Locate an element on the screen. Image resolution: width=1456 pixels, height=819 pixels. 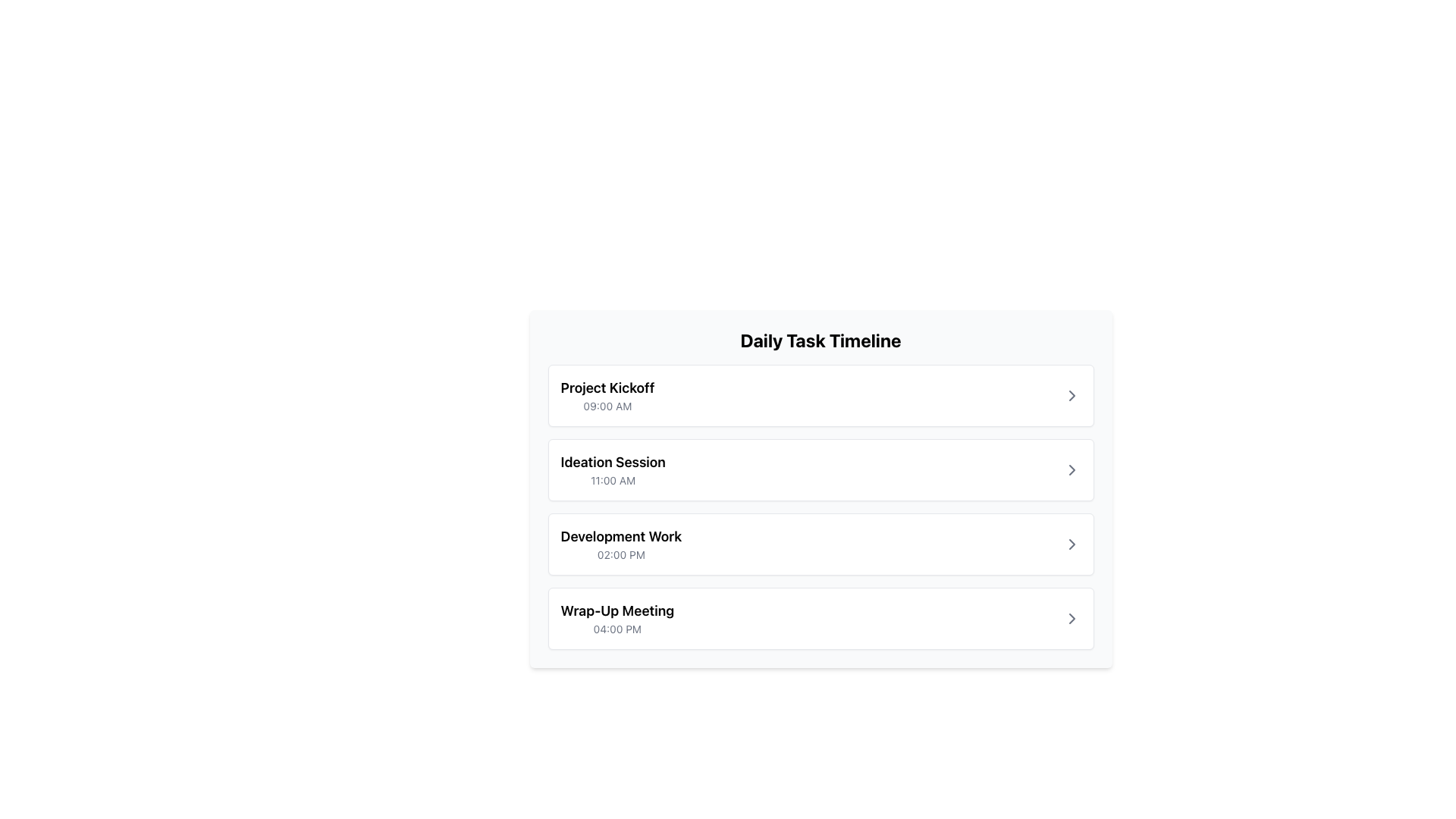
the gray arrow icon positioned in the last row, aligned to the right side, adjacent to the text '04:00 PM' is located at coordinates (1071, 619).